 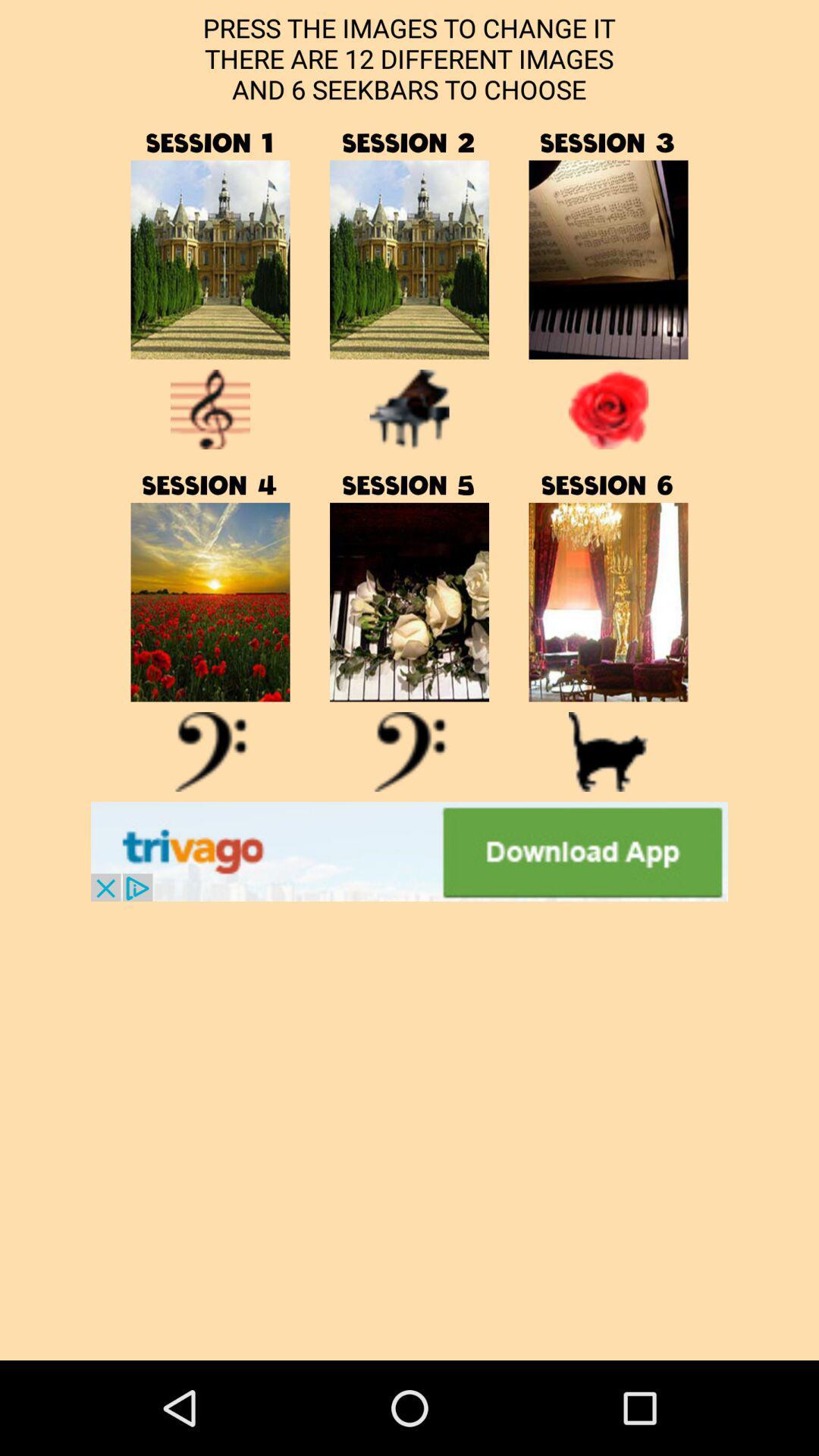 I want to click on symbol, so click(x=210, y=752).